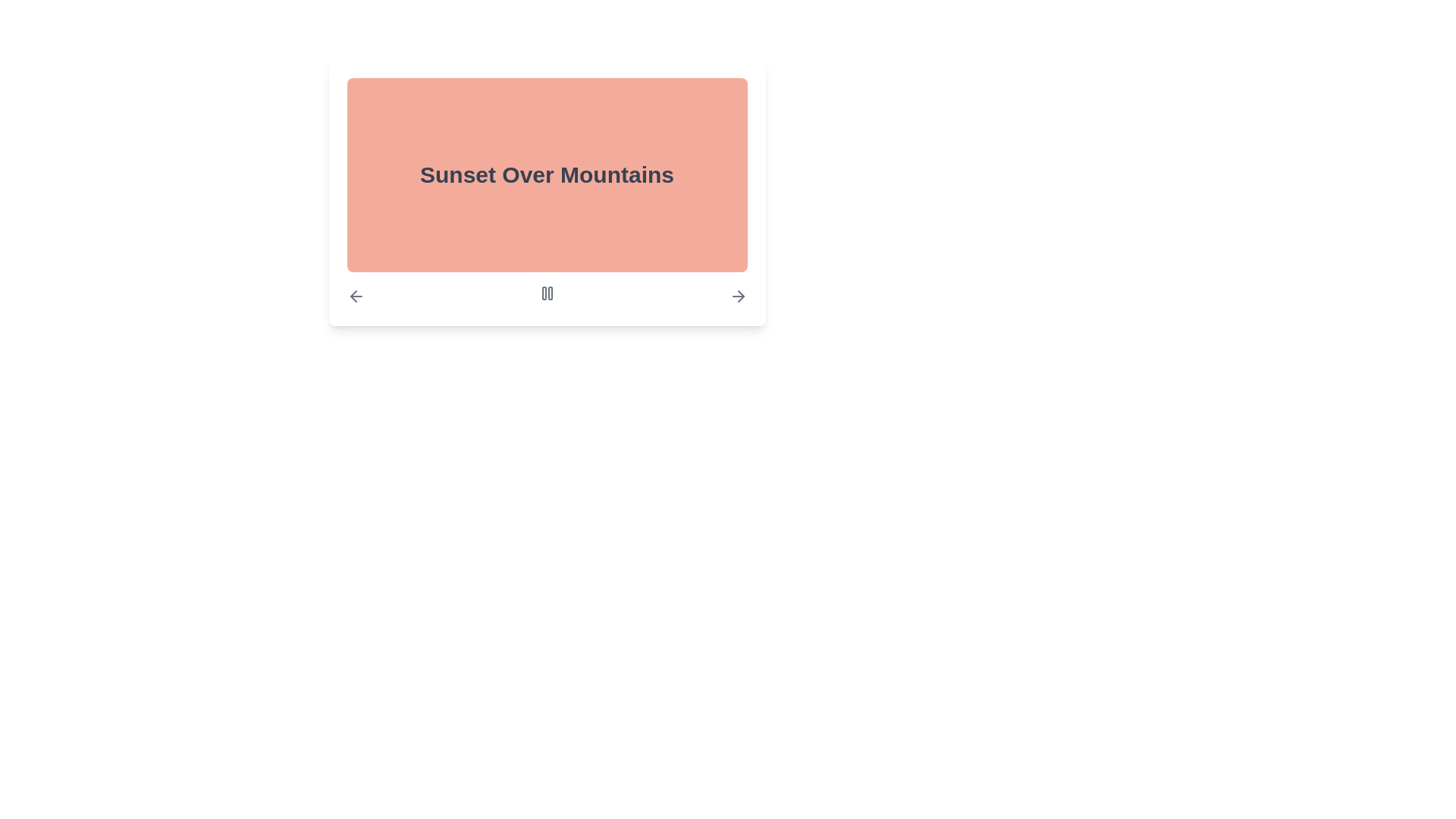 This screenshot has height=819, width=1456. What do you see at coordinates (352, 295) in the screenshot?
I see `the minimalist leftward arrow icon` at bounding box center [352, 295].